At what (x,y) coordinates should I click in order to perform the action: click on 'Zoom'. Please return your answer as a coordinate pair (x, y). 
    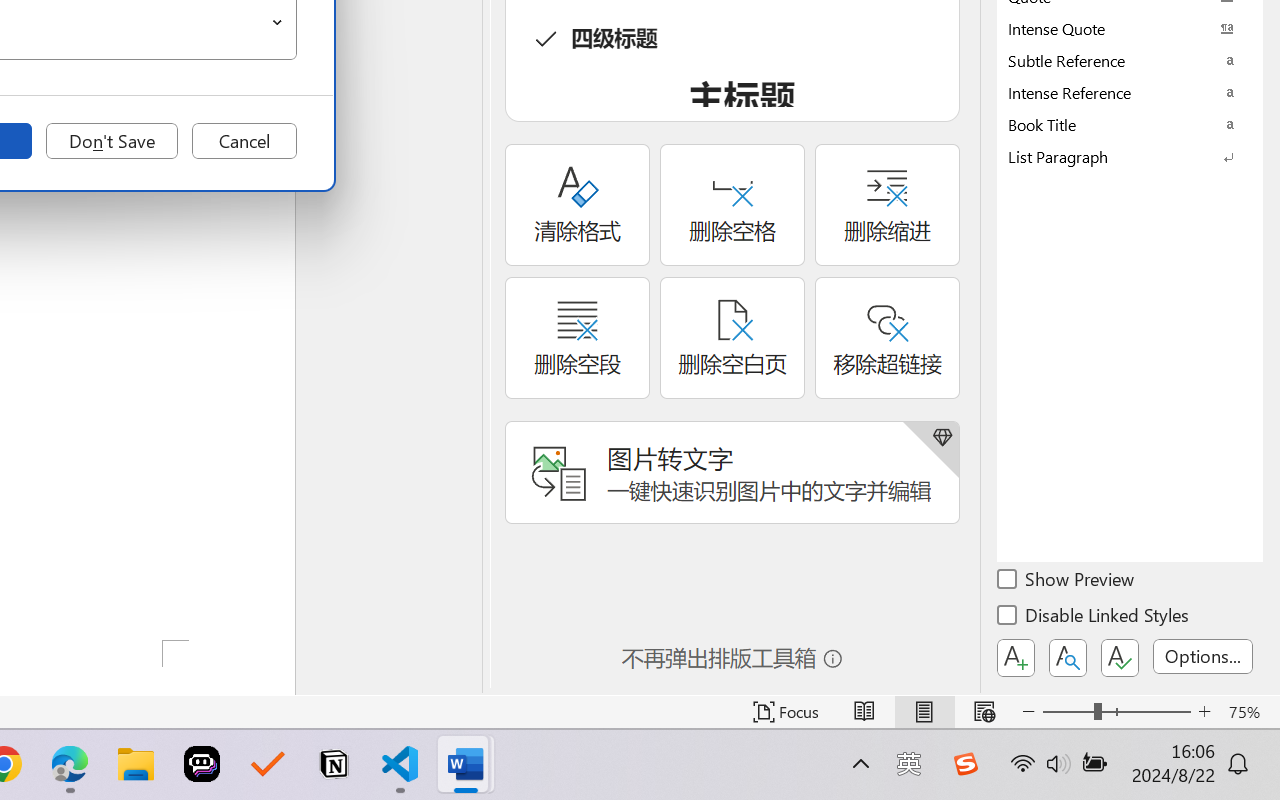
    Looking at the image, I should click on (1115, 711).